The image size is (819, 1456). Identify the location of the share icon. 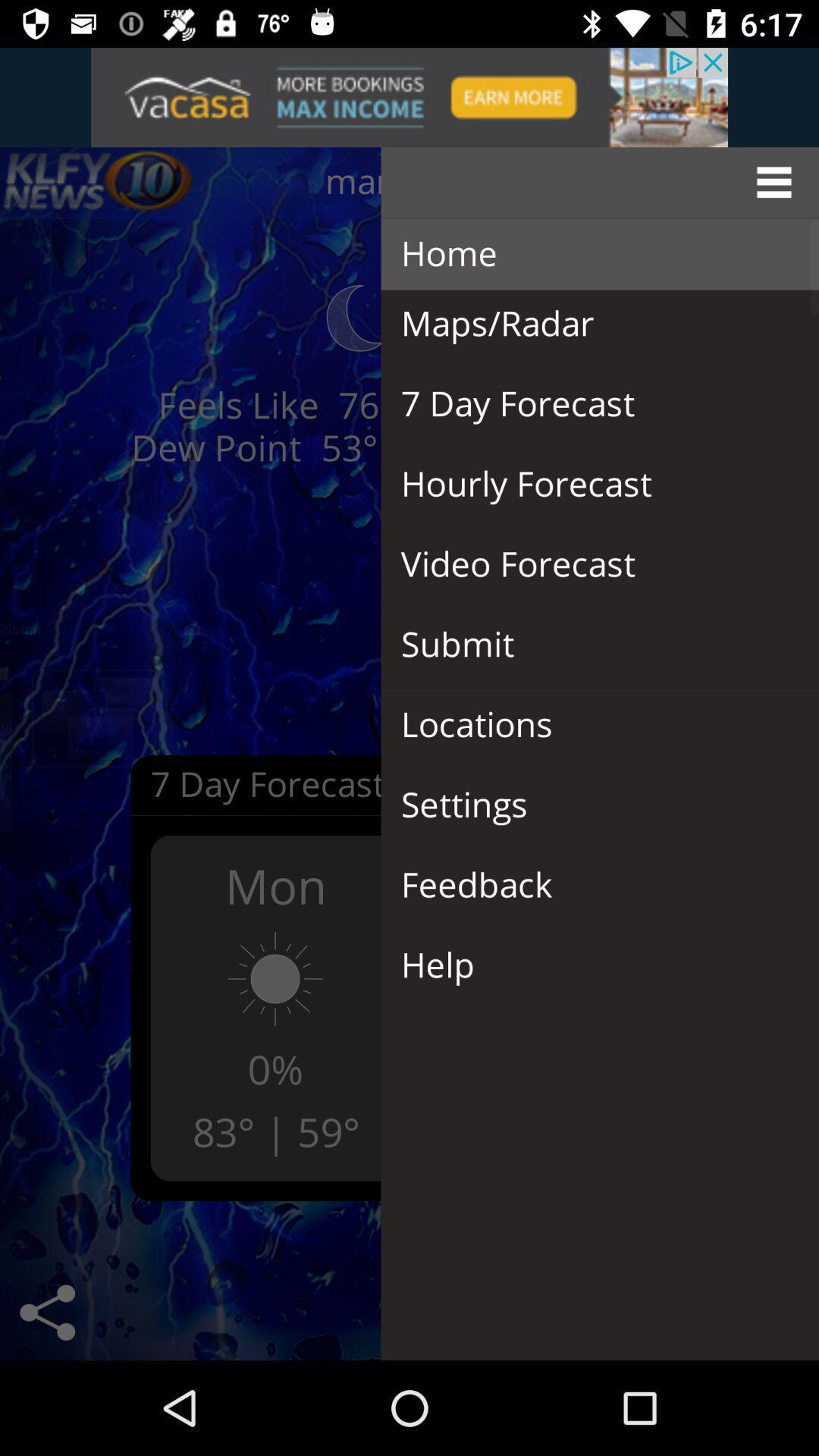
(46, 1312).